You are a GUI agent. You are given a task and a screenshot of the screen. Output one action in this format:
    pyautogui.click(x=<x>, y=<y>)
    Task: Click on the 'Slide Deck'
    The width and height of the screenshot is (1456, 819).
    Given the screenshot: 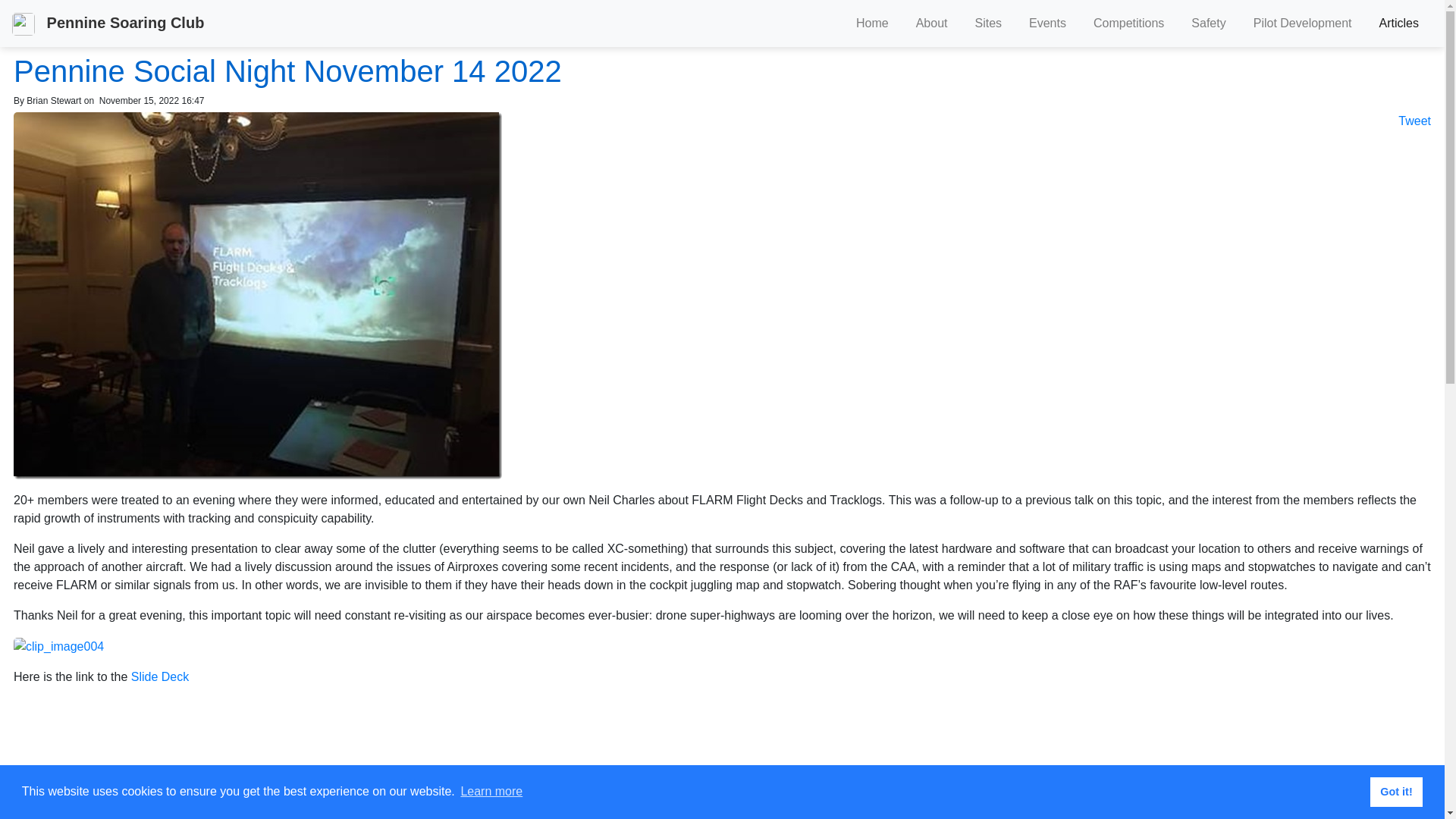 What is the action you would take?
    pyautogui.click(x=160, y=676)
    